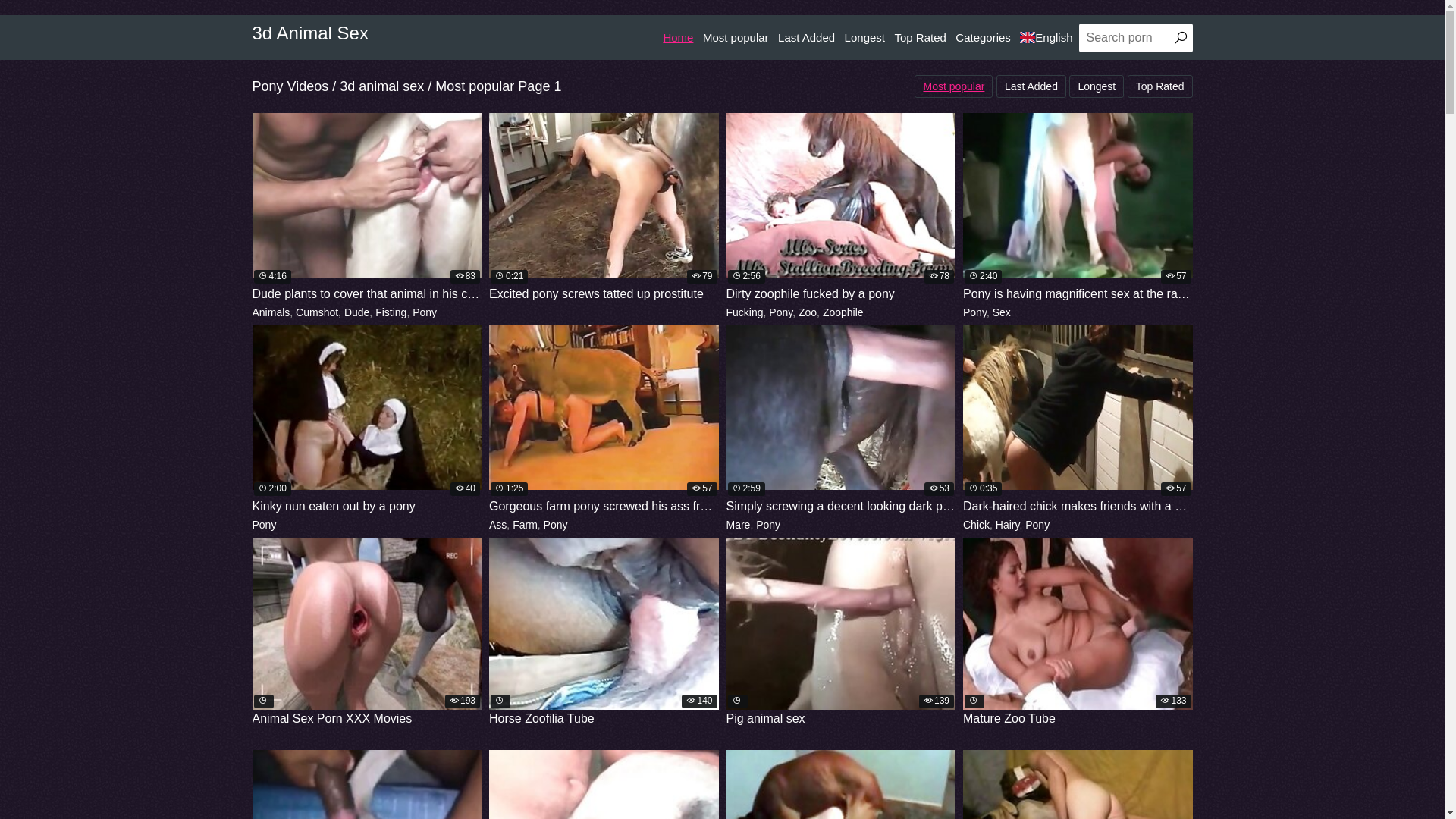  Describe the element at coordinates (375, 312) in the screenshot. I see `'Fisting'` at that location.